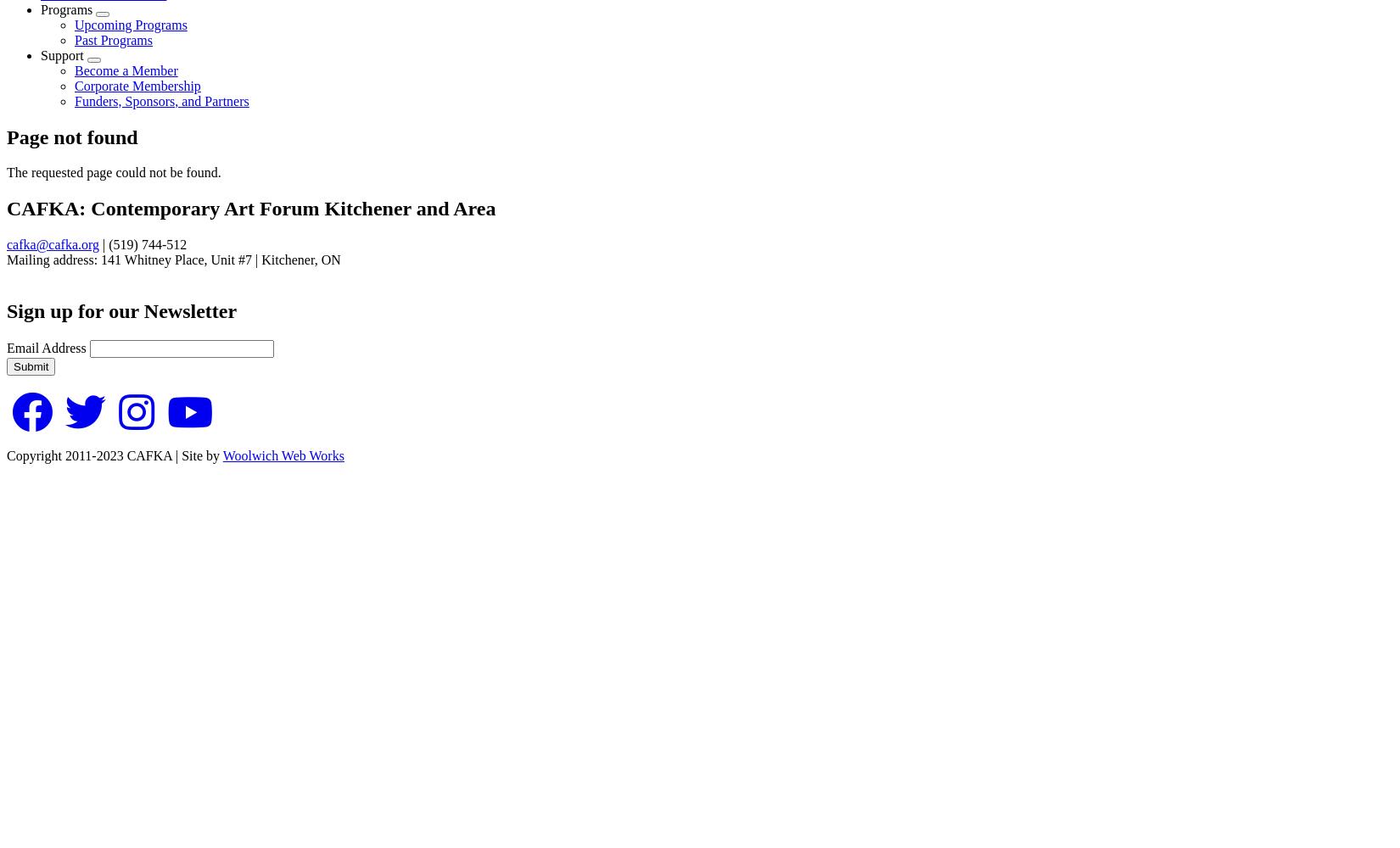 This screenshot has height=848, width=1400. What do you see at coordinates (293, 208) in the screenshot?
I see `'Contemporary Art Forum Kitchener and Area'` at bounding box center [293, 208].